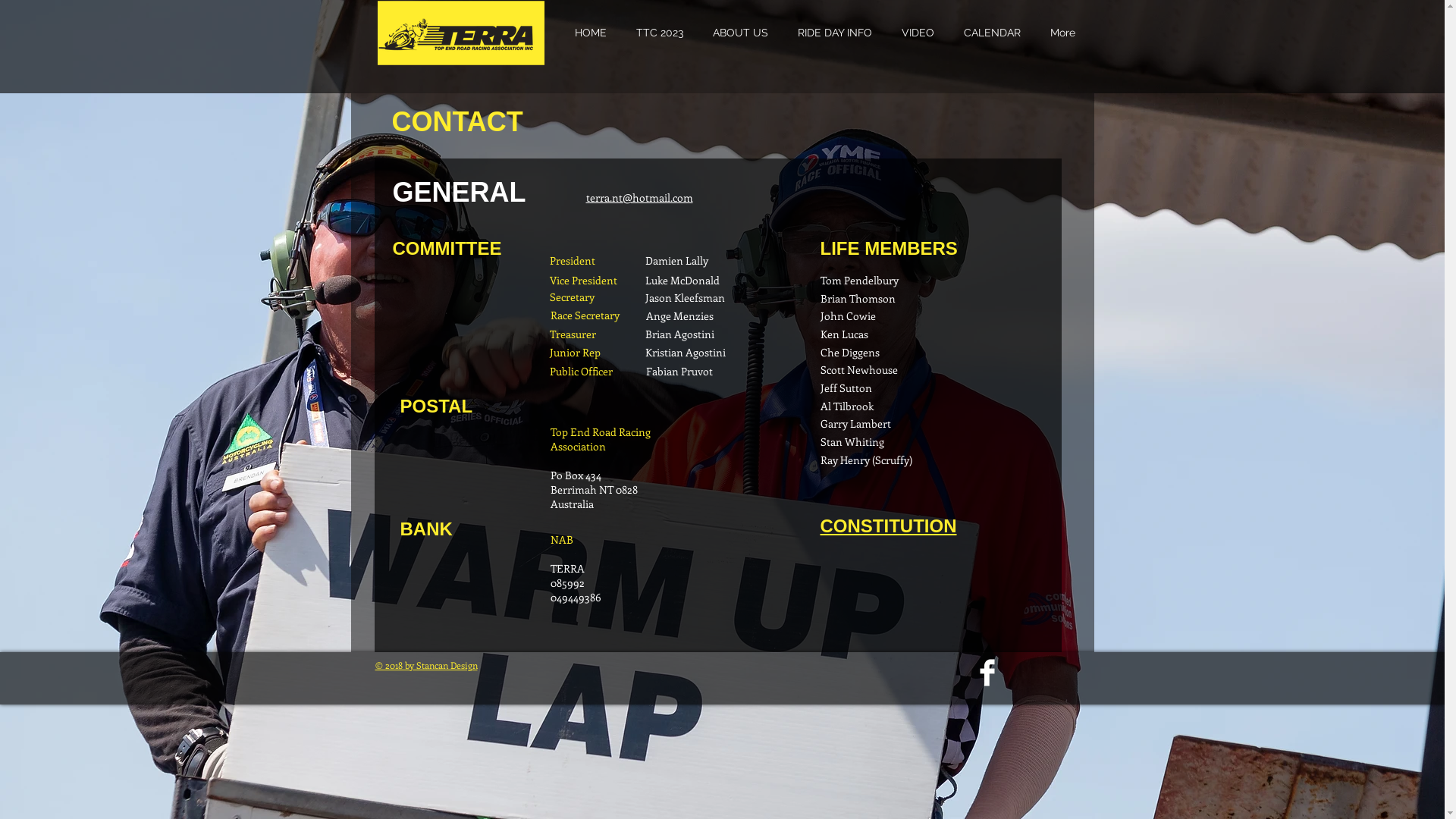  Describe the element at coordinates (739, 33) in the screenshot. I see `'ABOUT US'` at that location.